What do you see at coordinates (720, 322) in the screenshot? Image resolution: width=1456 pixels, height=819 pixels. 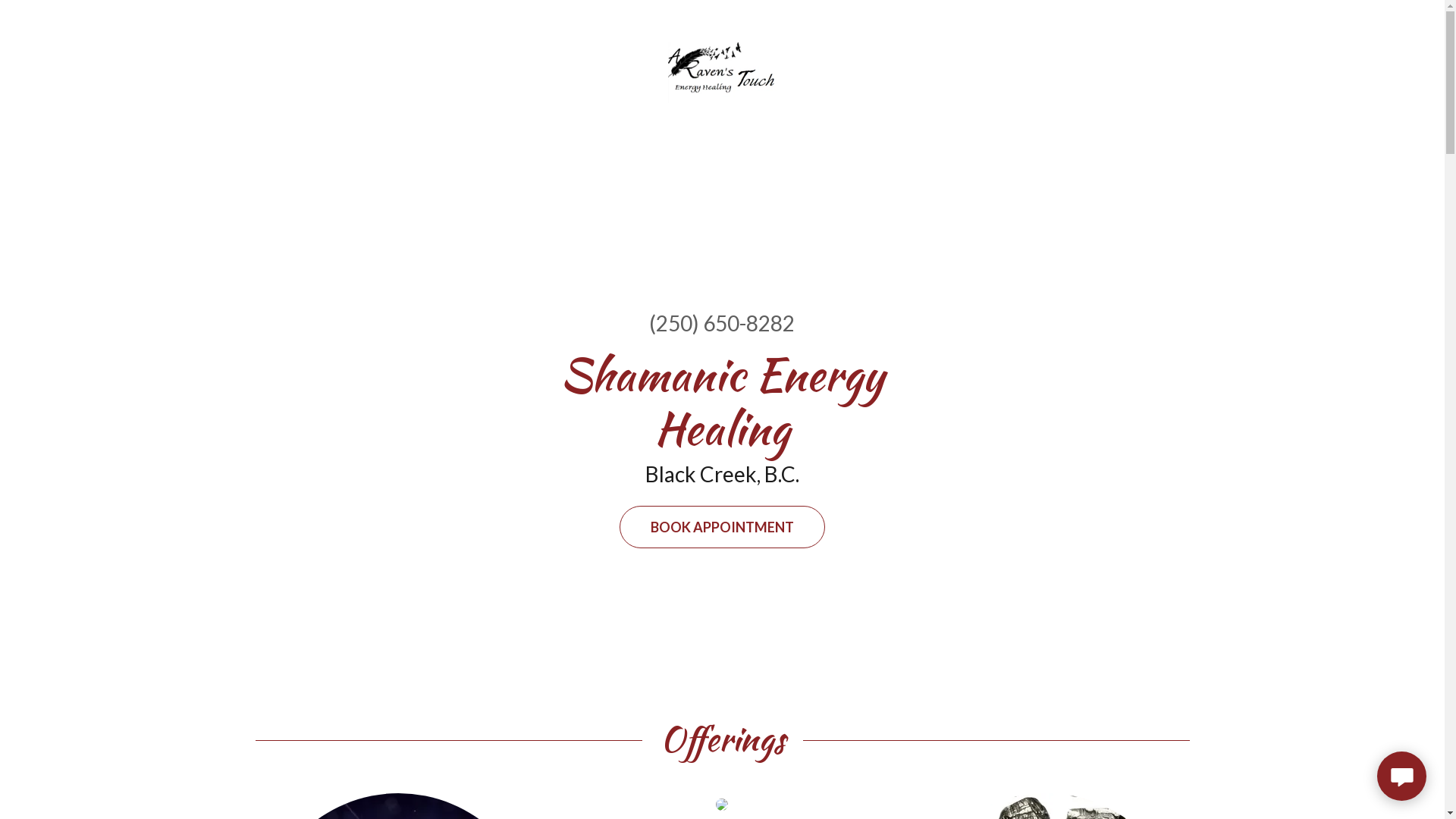 I see `'(250) 650-8282'` at bounding box center [720, 322].